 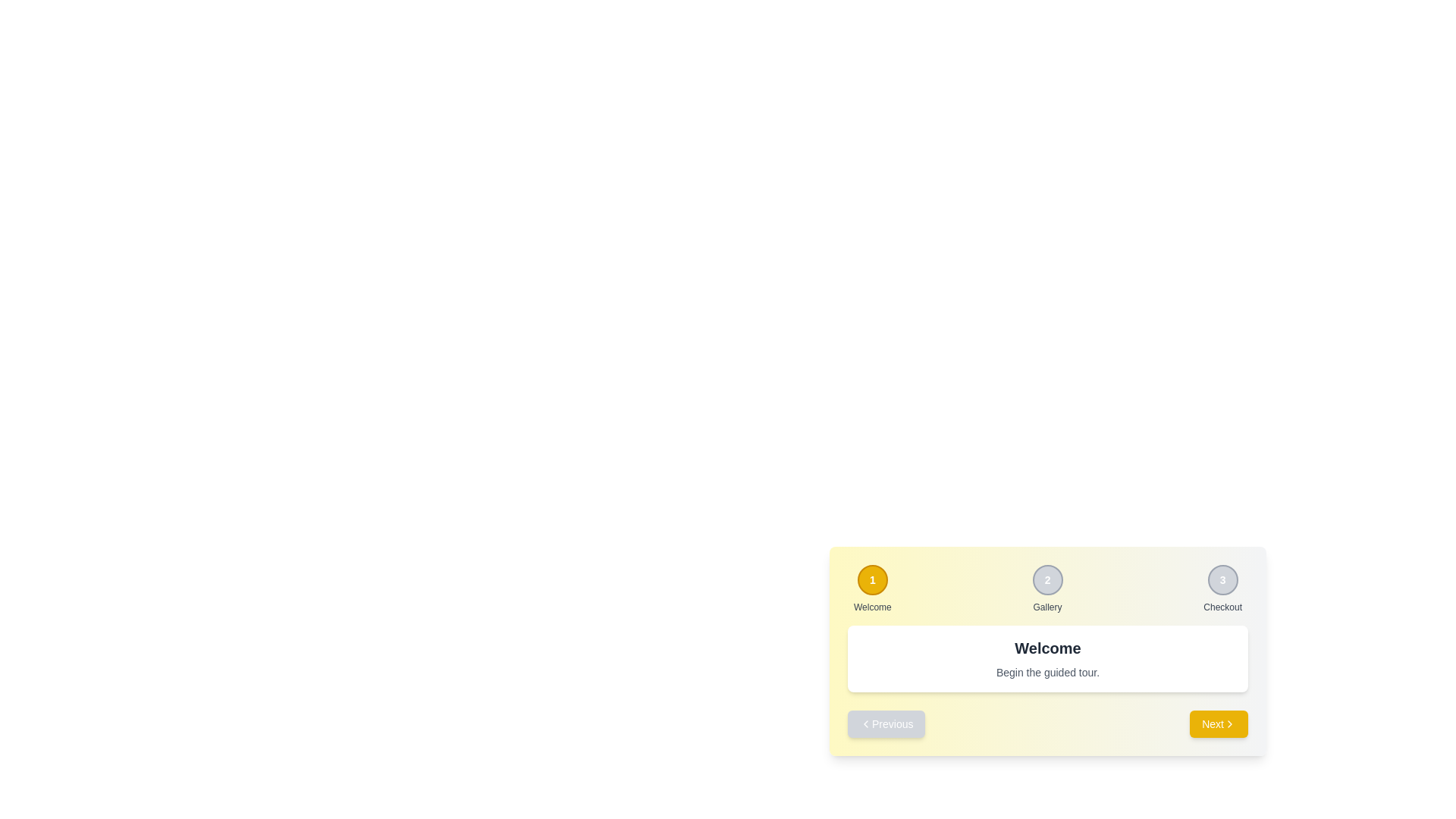 I want to click on the Step indicator (non-interactive) which is a circular component featuring a light gray background, dark gray border, and the bold white digit '3' centered within it, so click(x=1222, y=579).